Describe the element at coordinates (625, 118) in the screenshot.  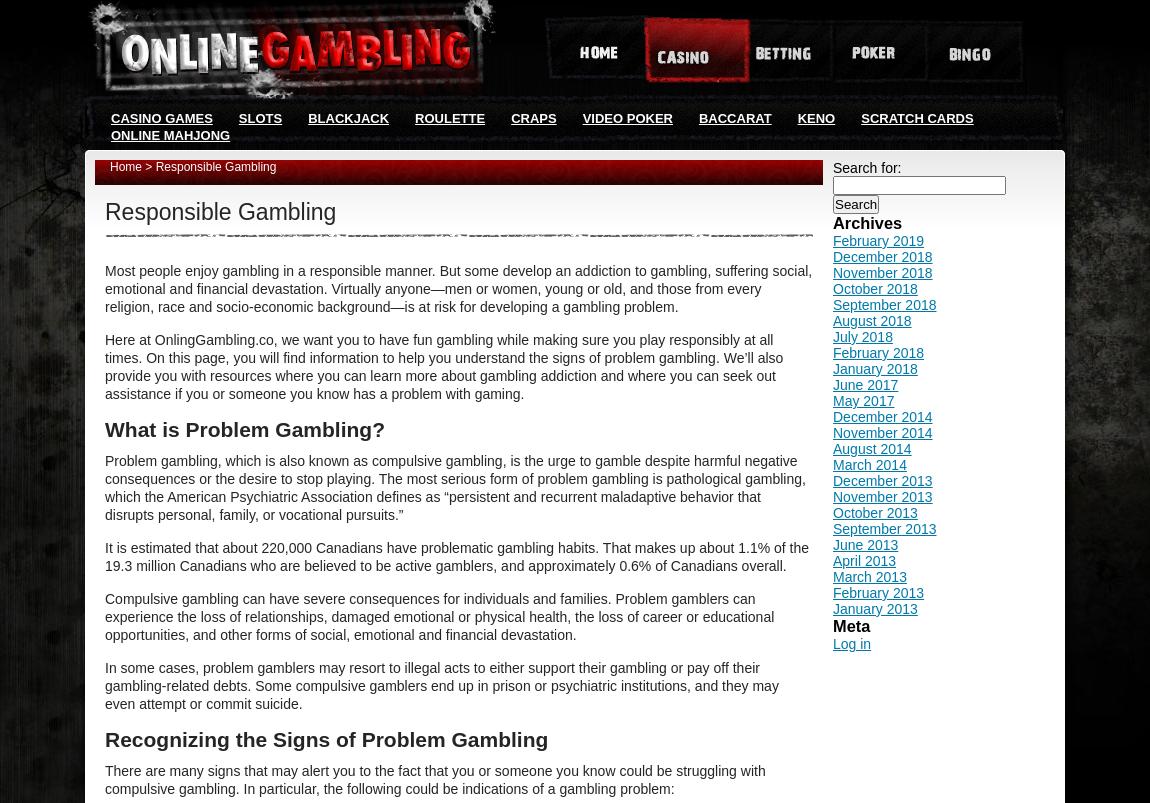
I see `'Video Poker'` at that location.